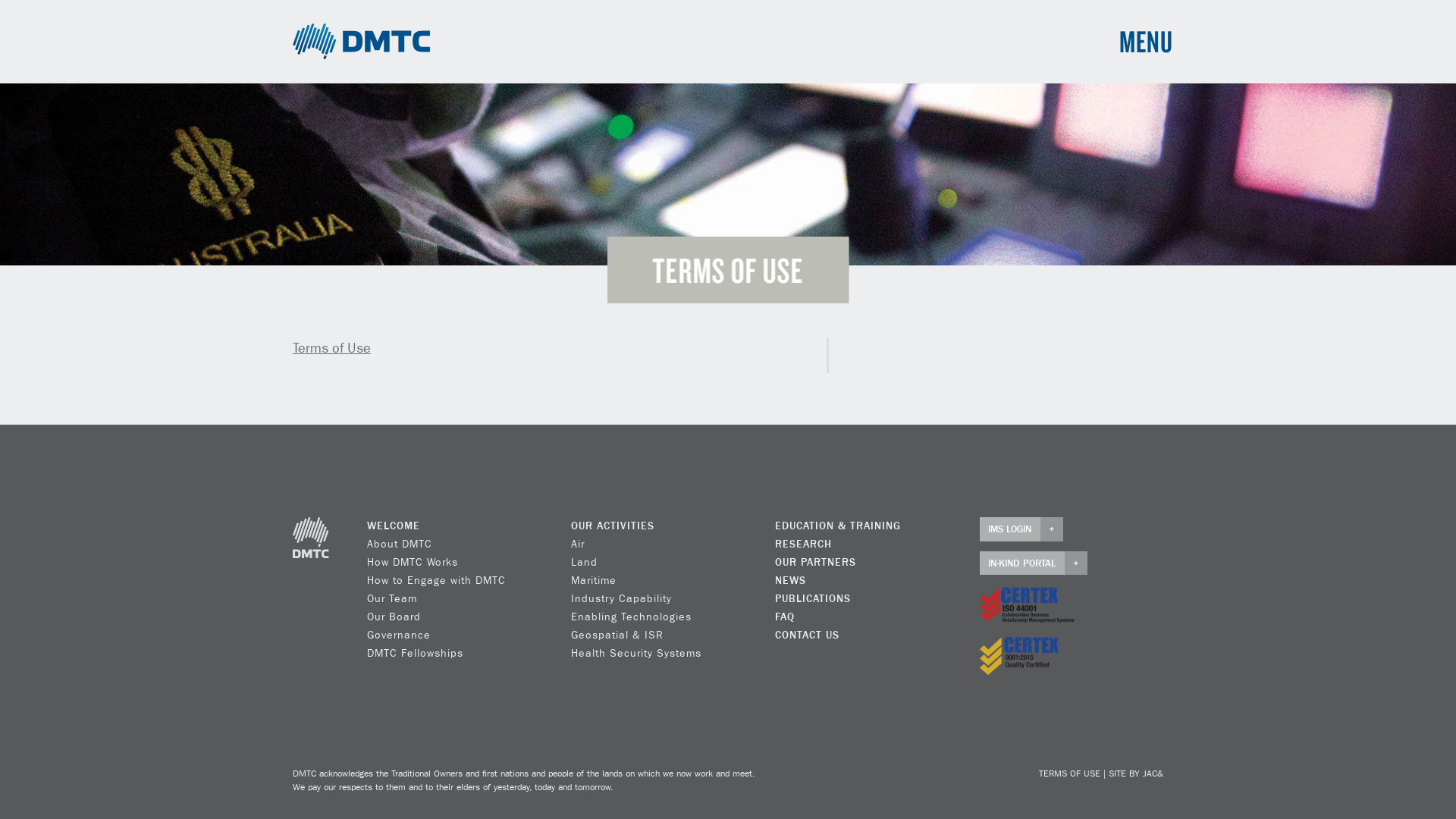 This screenshot has height=819, width=1456. What do you see at coordinates (1109, 774) in the screenshot?
I see `'SITE BY JAC&'` at bounding box center [1109, 774].